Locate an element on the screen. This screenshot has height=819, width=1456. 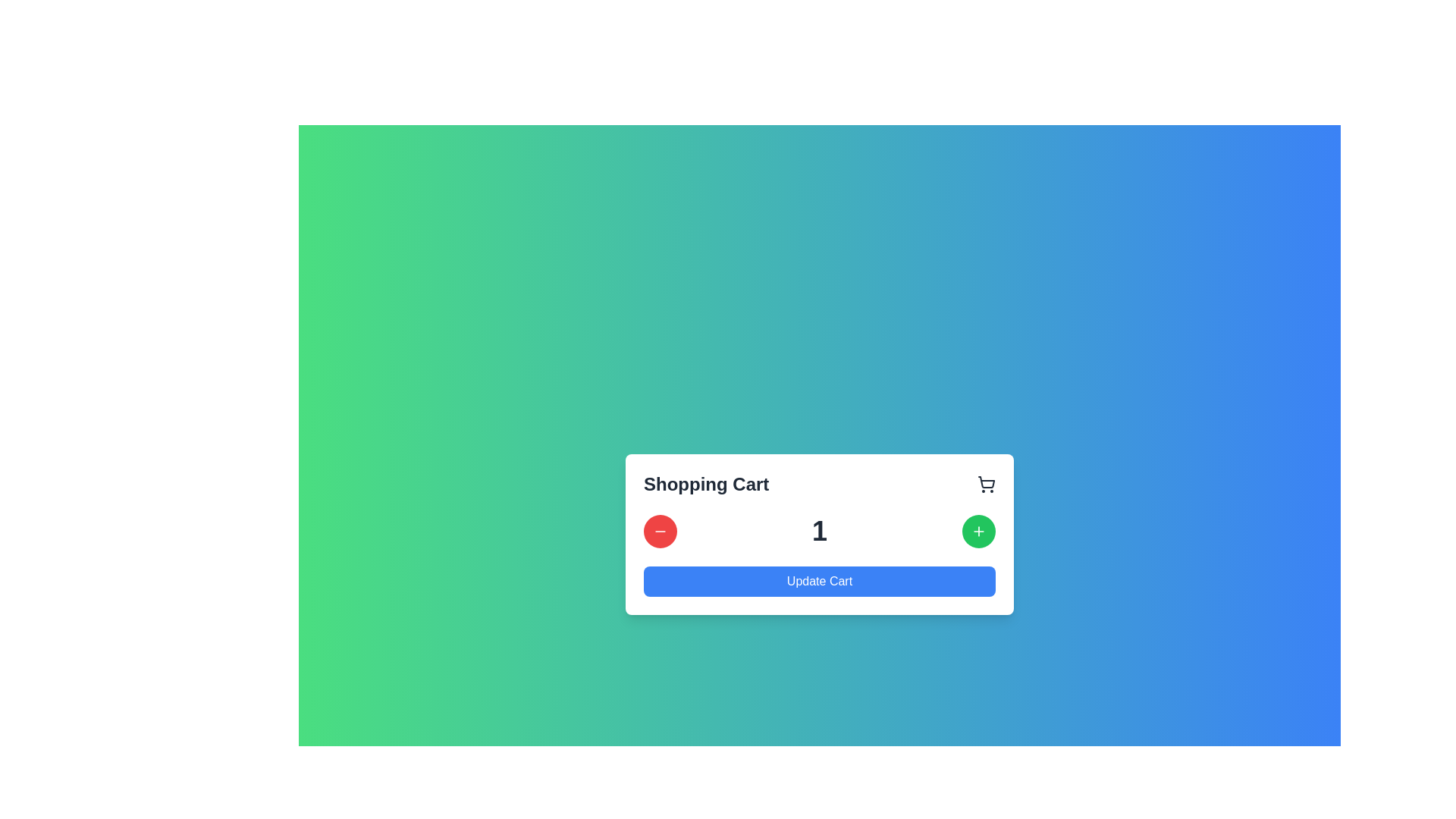
the leftmost button in the quantity control area of the shopping cart interface is located at coordinates (660, 531).